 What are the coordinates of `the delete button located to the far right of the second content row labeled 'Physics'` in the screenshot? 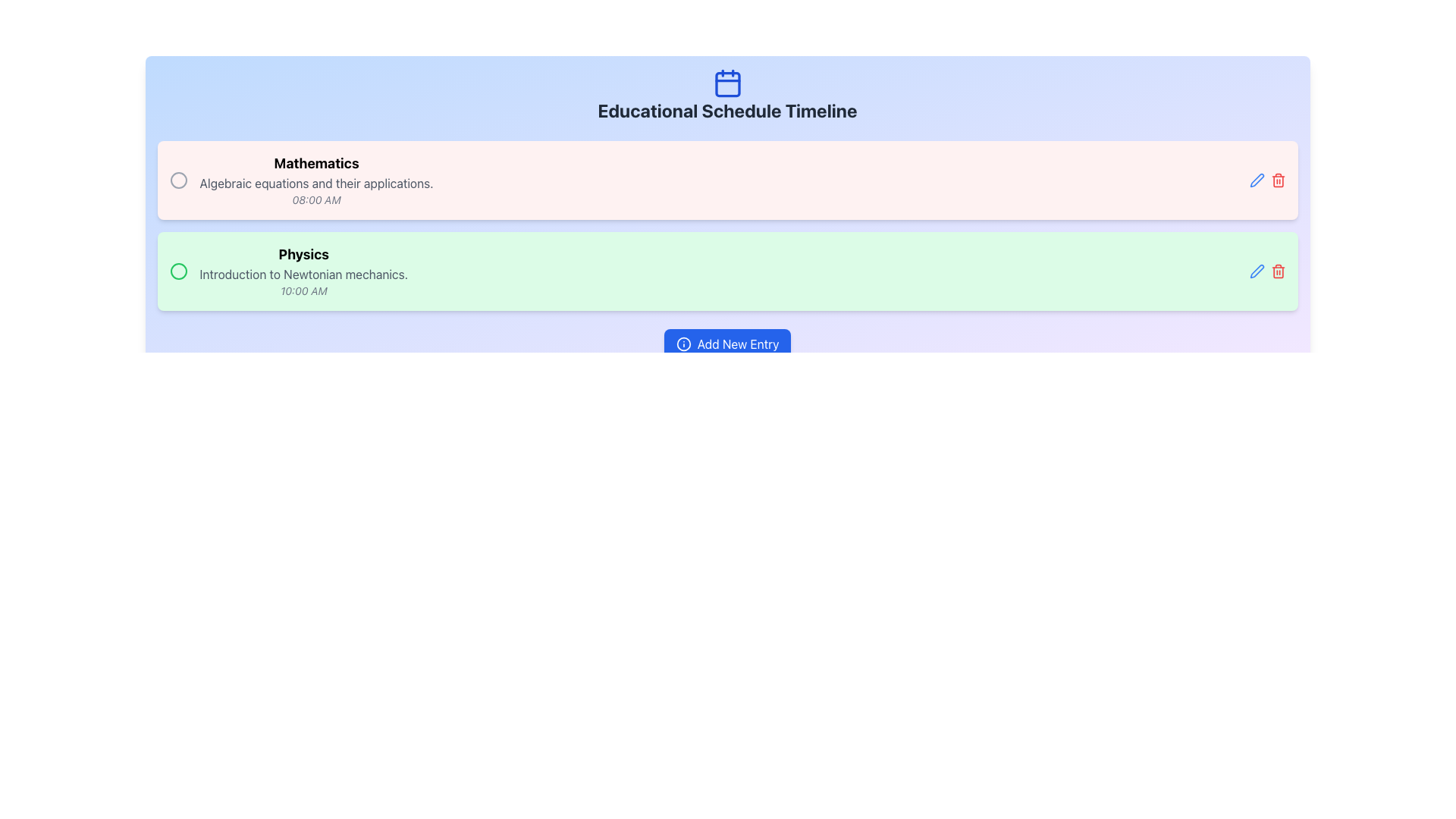 It's located at (1277, 271).